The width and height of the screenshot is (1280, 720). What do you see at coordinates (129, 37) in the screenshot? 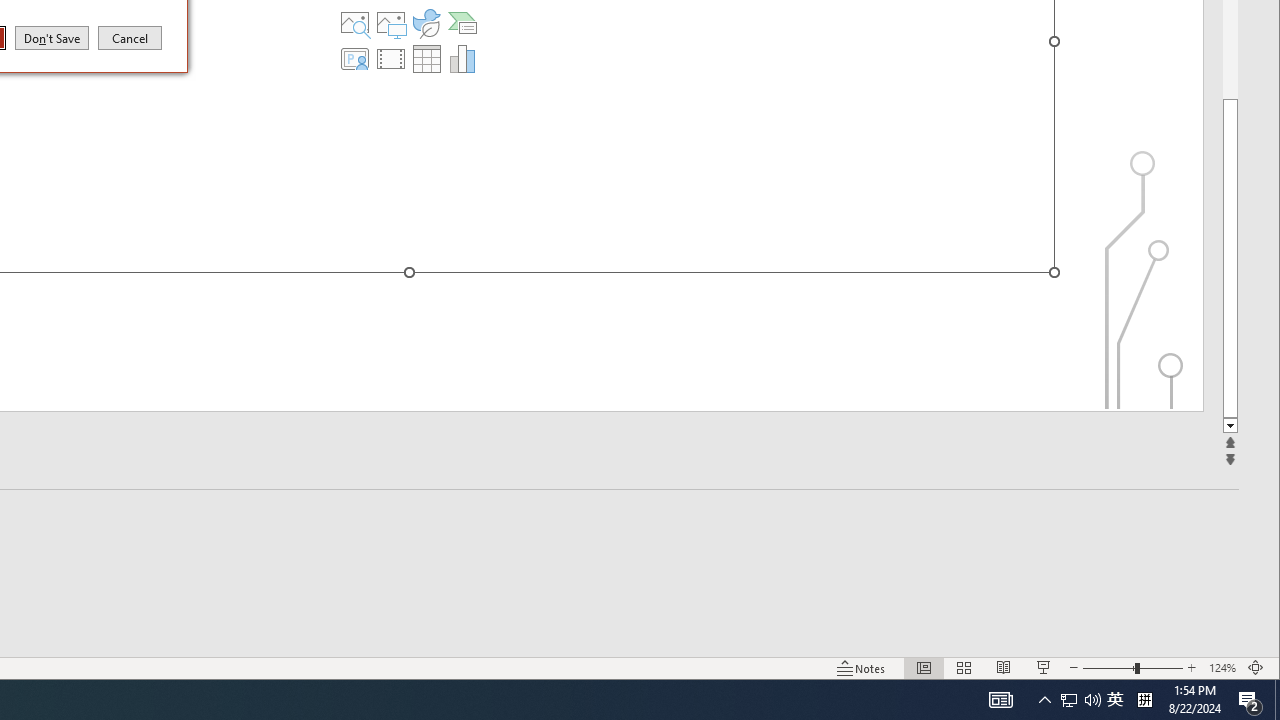
I see `'Cancel'` at bounding box center [129, 37].